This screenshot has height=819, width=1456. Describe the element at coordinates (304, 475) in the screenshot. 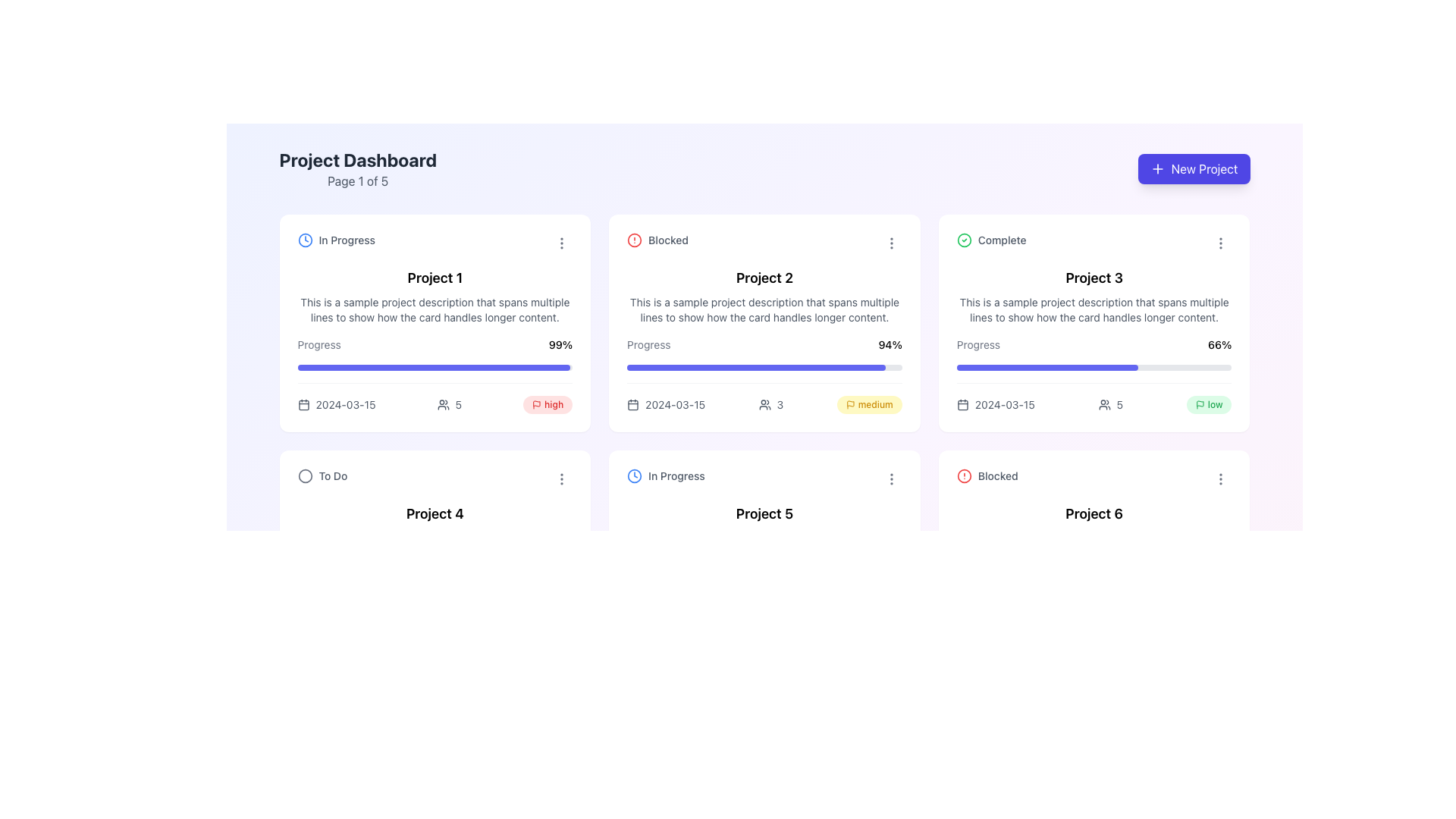

I see `the circular outline icon styled with a gray fill, which is adjacent to the 'To Do' text label, to interact with it` at that location.